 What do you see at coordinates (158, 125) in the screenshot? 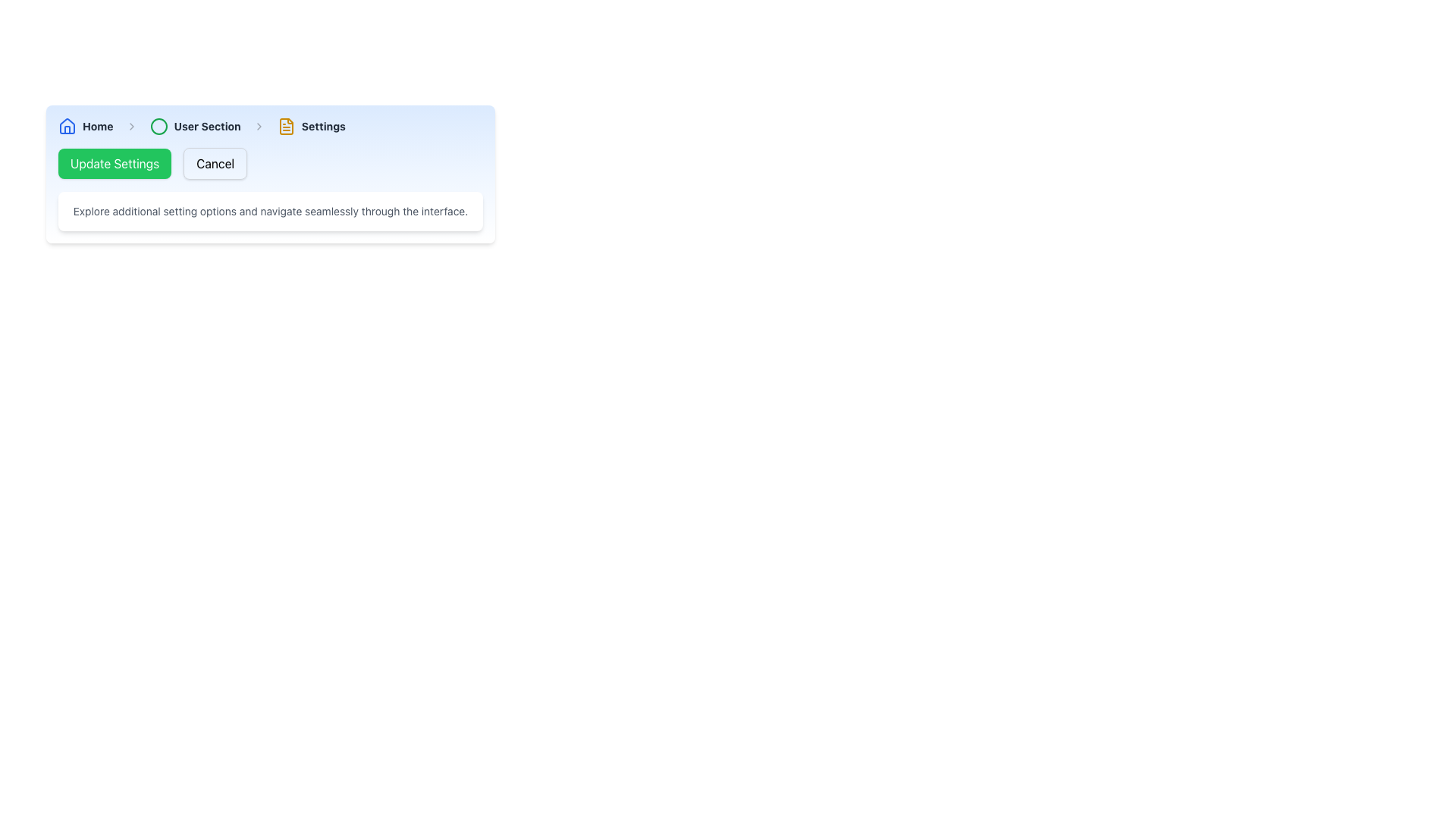
I see `the smaller circle inside the green circular icon in the breadcrumb navigation bar adjacent to the 'User Section' label` at bounding box center [158, 125].